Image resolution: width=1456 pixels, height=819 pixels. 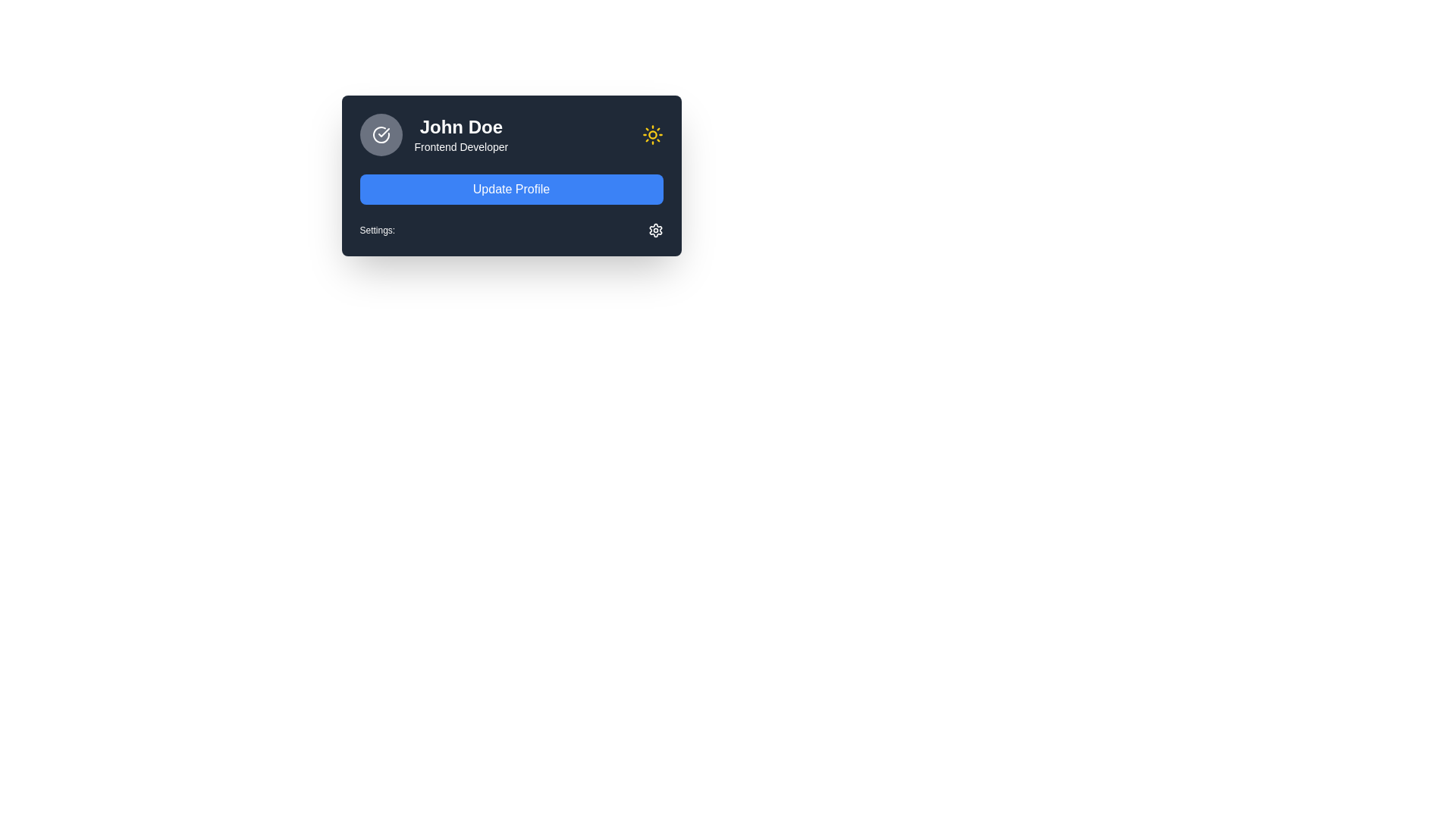 What do you see at coordinates (383, 131) in the screenshot?
I see `the checkmark icon within a circle, located at the top-right section of the card with a dark background` at bounding box center [383, 131].